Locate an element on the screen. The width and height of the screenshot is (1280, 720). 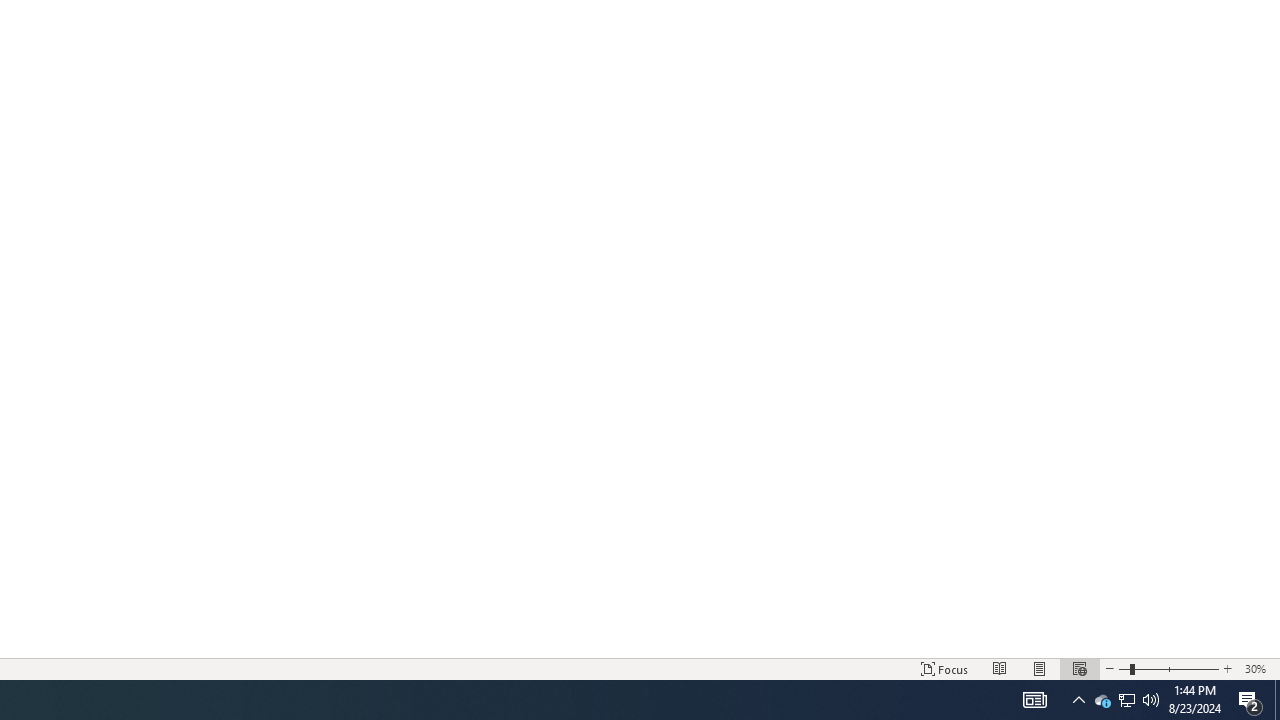
'Focus ' is located at coordinates (943, 669).